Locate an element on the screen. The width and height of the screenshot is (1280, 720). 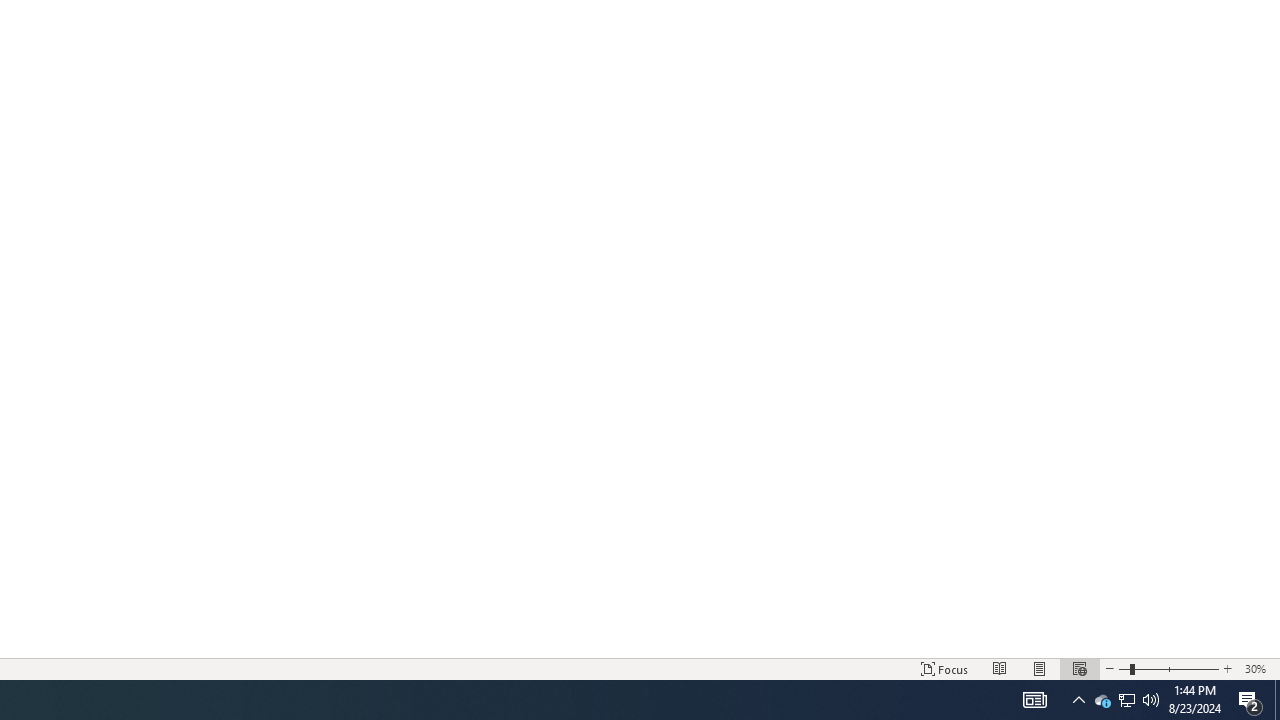
'Focus ' is located at coordinates (943, 669).